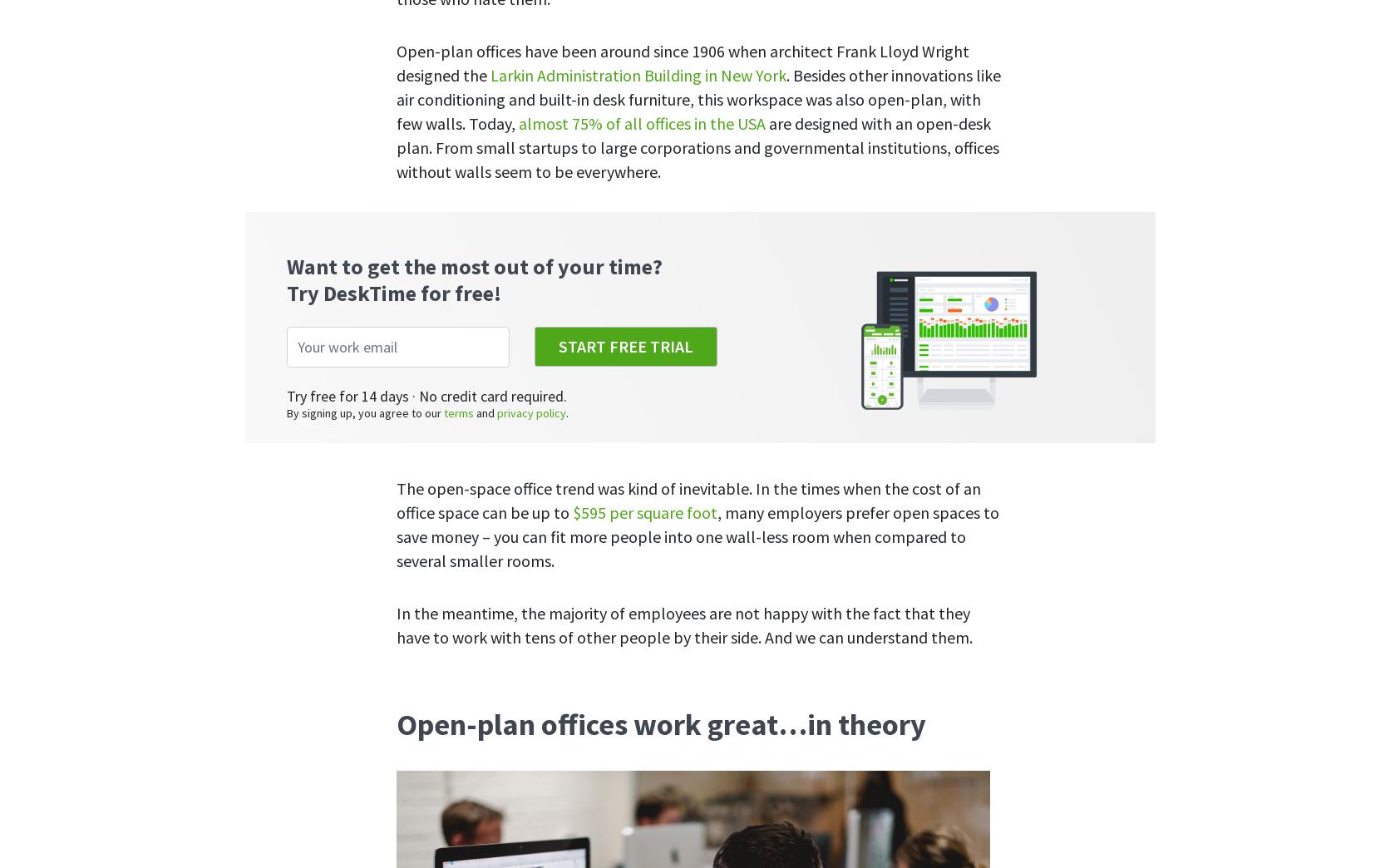 The image size is (1400, 868). Describe the element at coordinates (506, 417) in the screenshot. I see `'Online employee time clock'` at that location.